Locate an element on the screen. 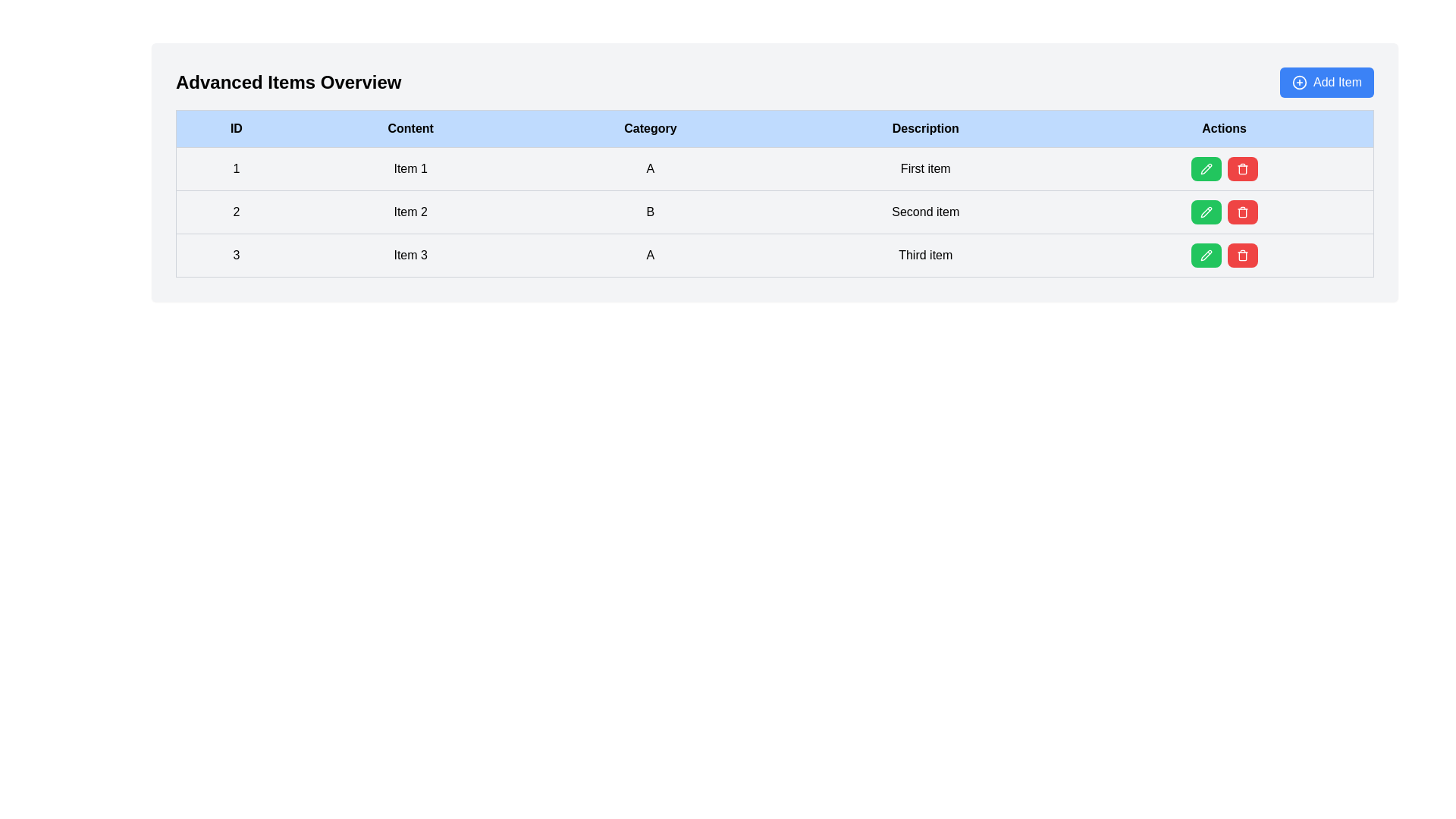 Image resolution: width=1456 pixels, height=819 pixels. the table header cell labeled 'Category' with a light blue background and bold black text, located in the third column of the data table is located at coordinates (650, 127).